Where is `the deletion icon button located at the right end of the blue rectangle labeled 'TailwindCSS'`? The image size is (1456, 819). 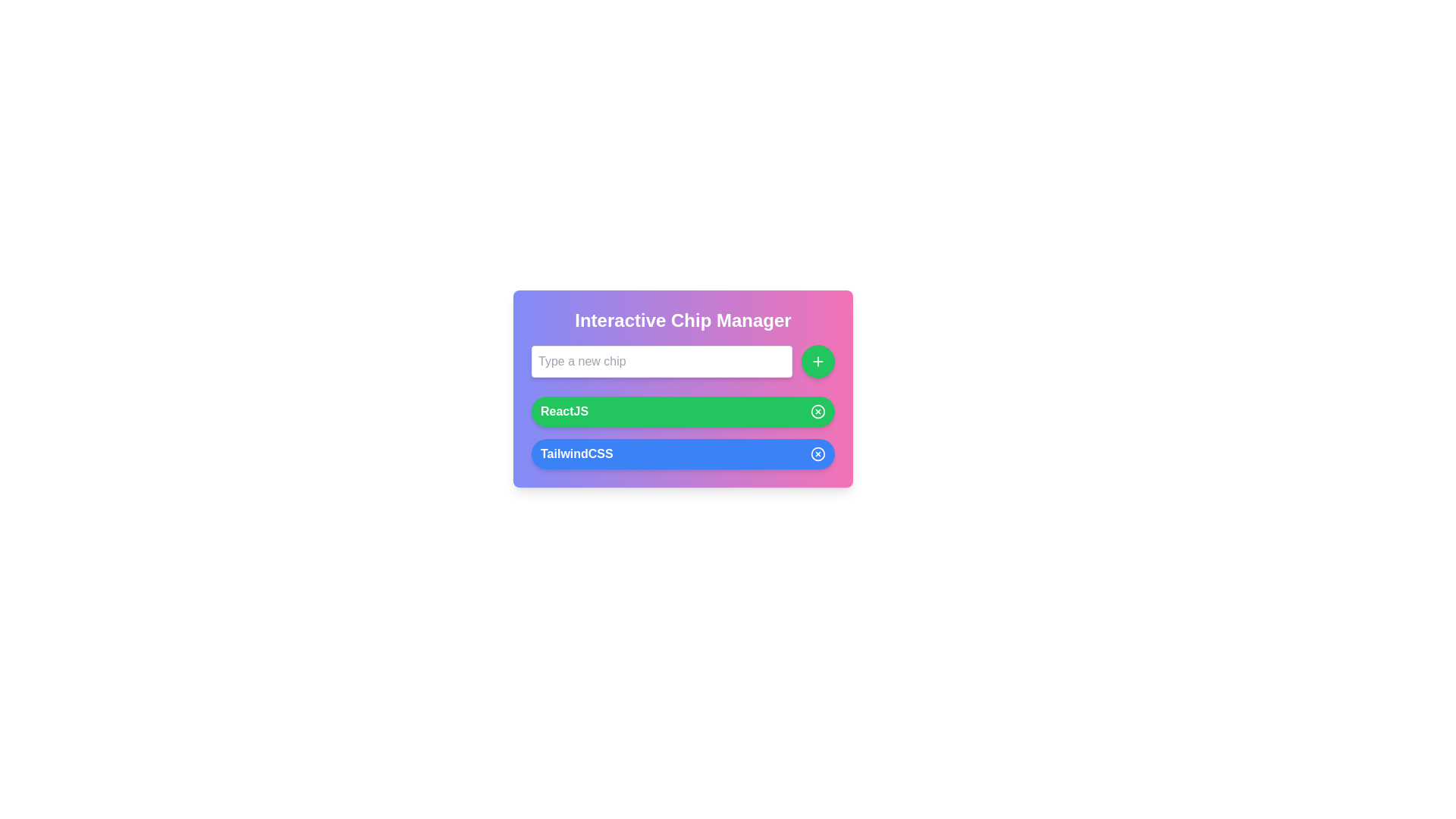 the deletion icon button located at the right end of the blue rectangle labeled 'TailwindCSS' is located at coordinates (817, 453).